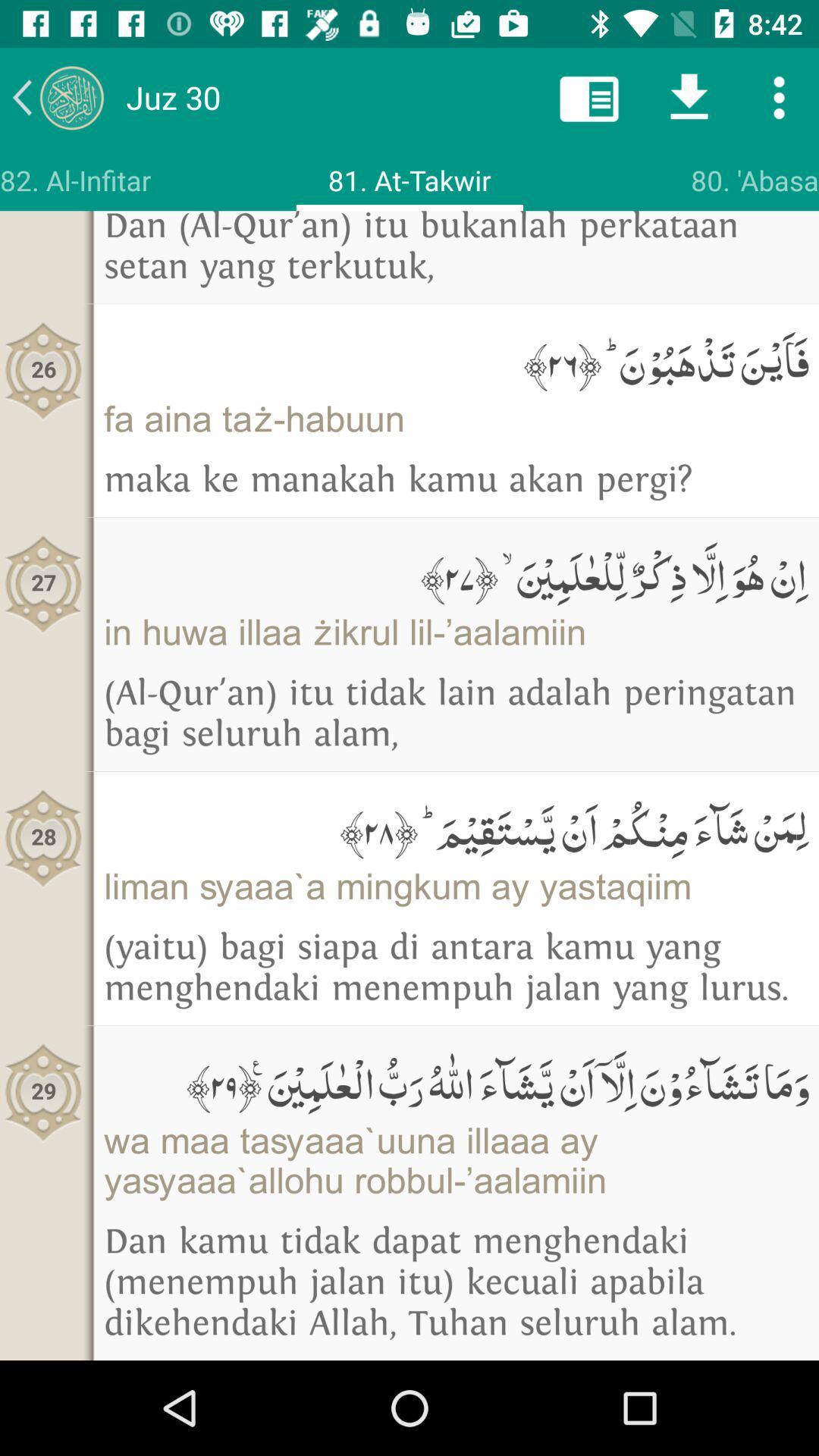 Image resolution: width=819 pixels, height=1456 pixels. Describe the element at coordinates (689, 96) in the screenshot. I see `download this article` at that location.